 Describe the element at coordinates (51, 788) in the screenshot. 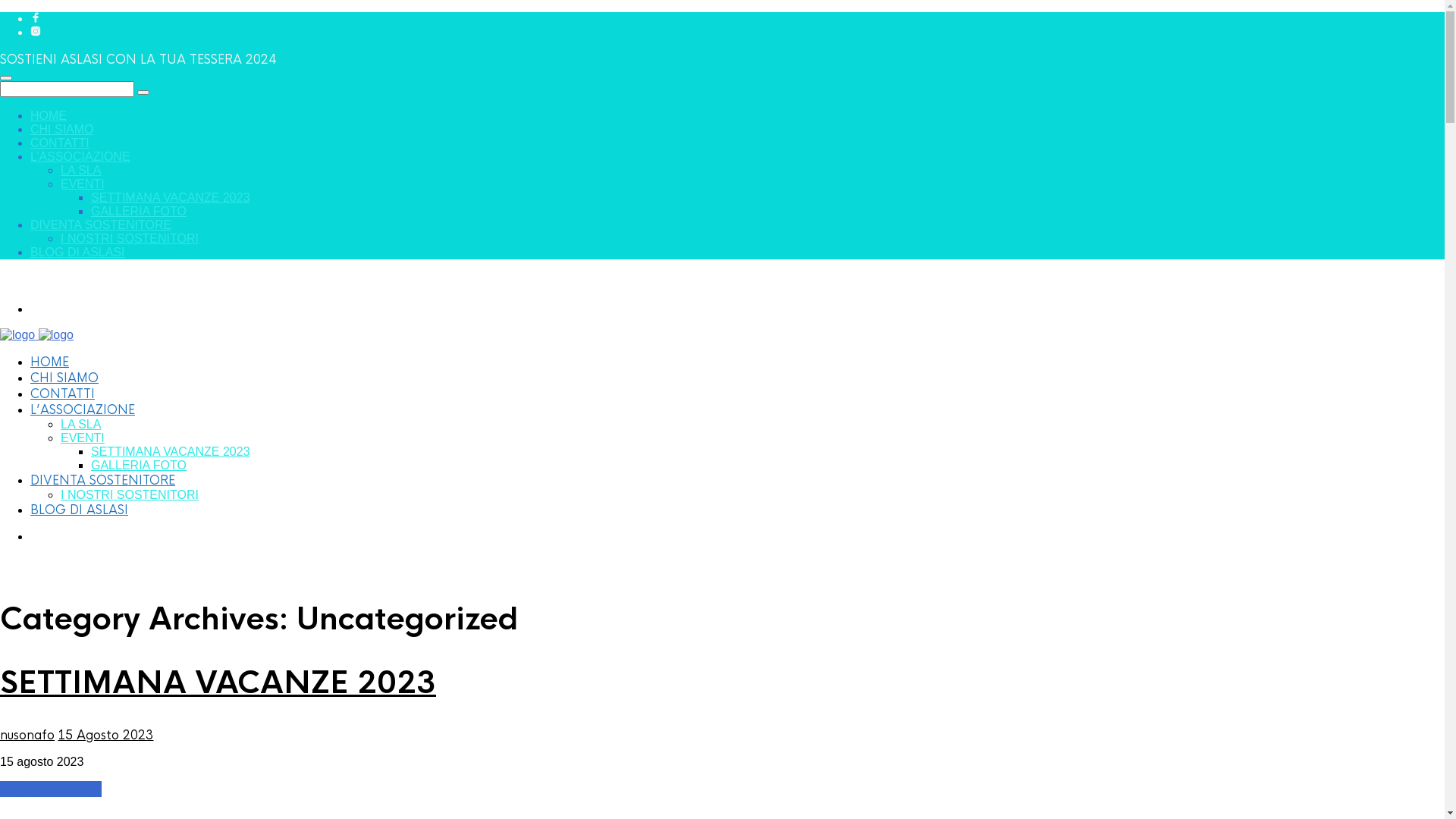

I see `'Continue reading'` at that location.